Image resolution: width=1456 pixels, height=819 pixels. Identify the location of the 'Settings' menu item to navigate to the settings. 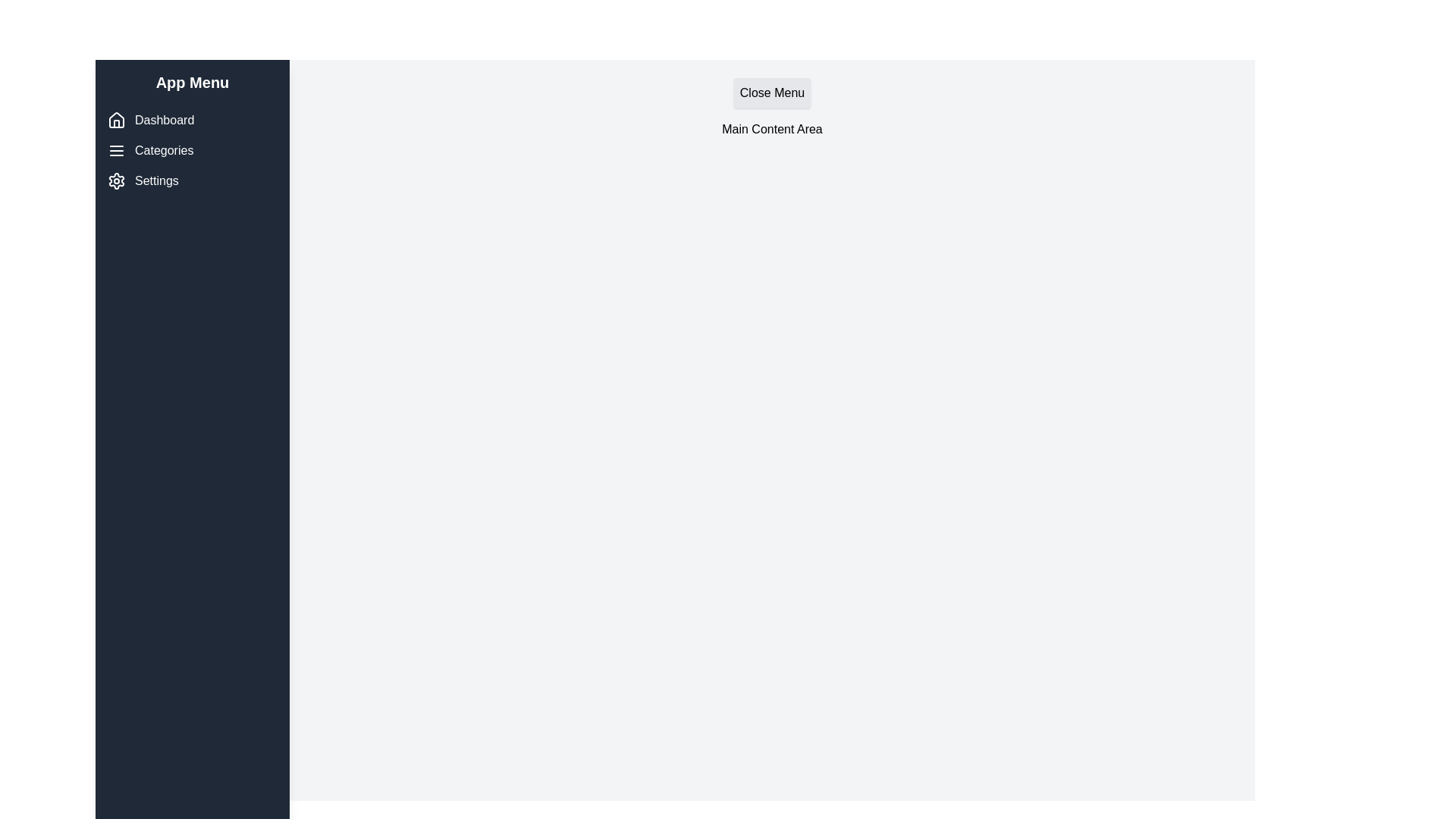
(192, 180).